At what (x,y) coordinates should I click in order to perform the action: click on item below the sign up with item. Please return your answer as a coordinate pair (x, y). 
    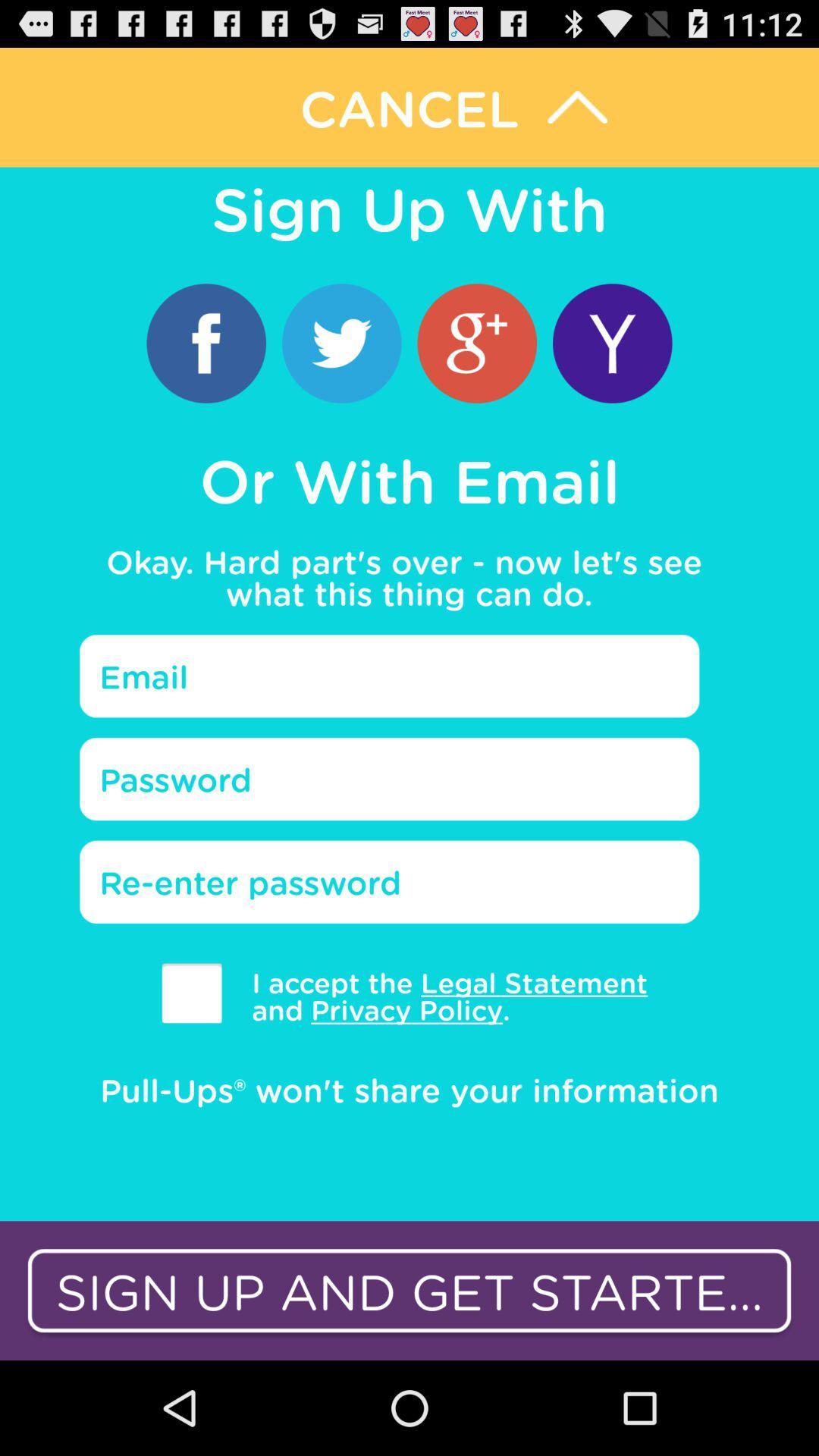
    Looking at the image, I should click on (476, 342).